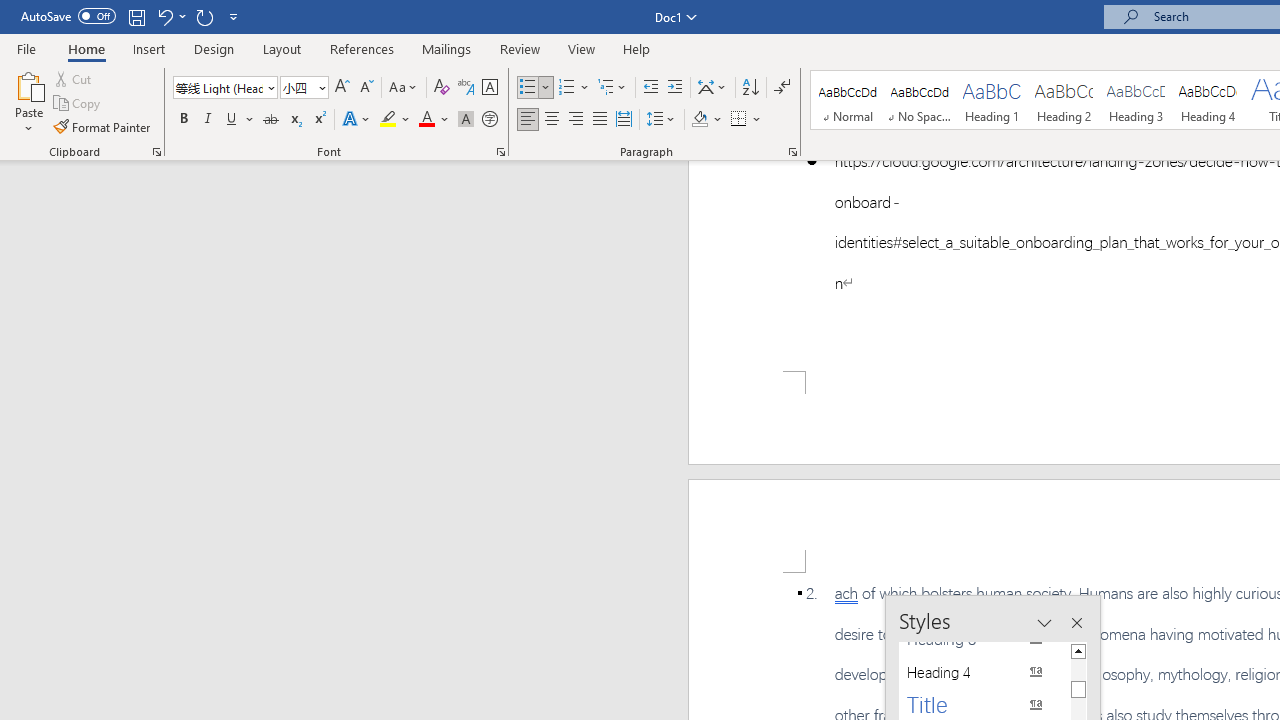 Image resolution: width=1280 pixels, height=720 pixels. What do you see at coordinates (749, 86) in the screenshot?
I see `'Sort...'` at bounding box center [749, 86].